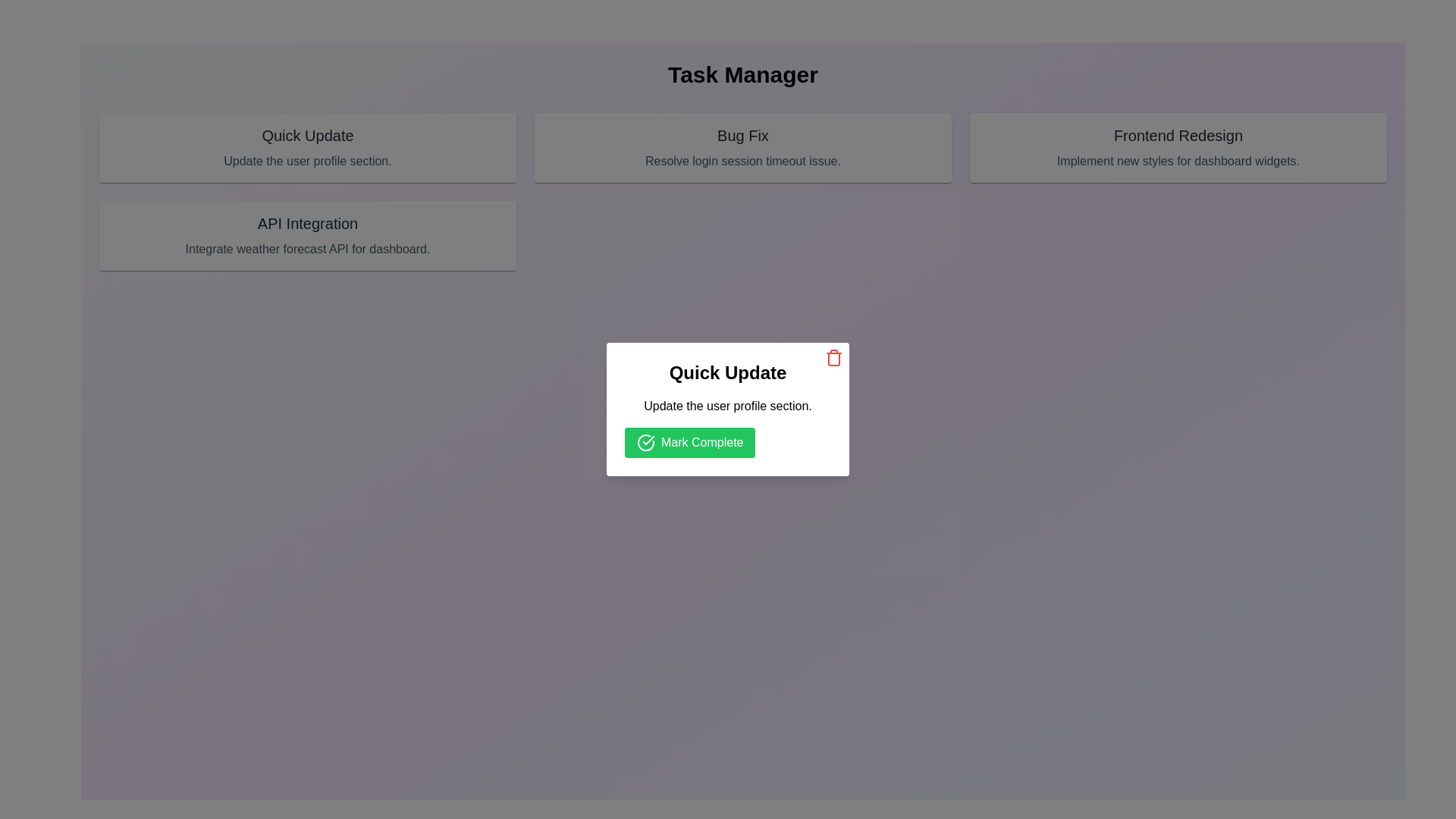 This screenshot has width=1456, height=819. Describe the element at coordinates (728, 373) in the screenshot. I see `the bold textual label reading 'Quick Update' located at the top center of the dialog box` at that location.